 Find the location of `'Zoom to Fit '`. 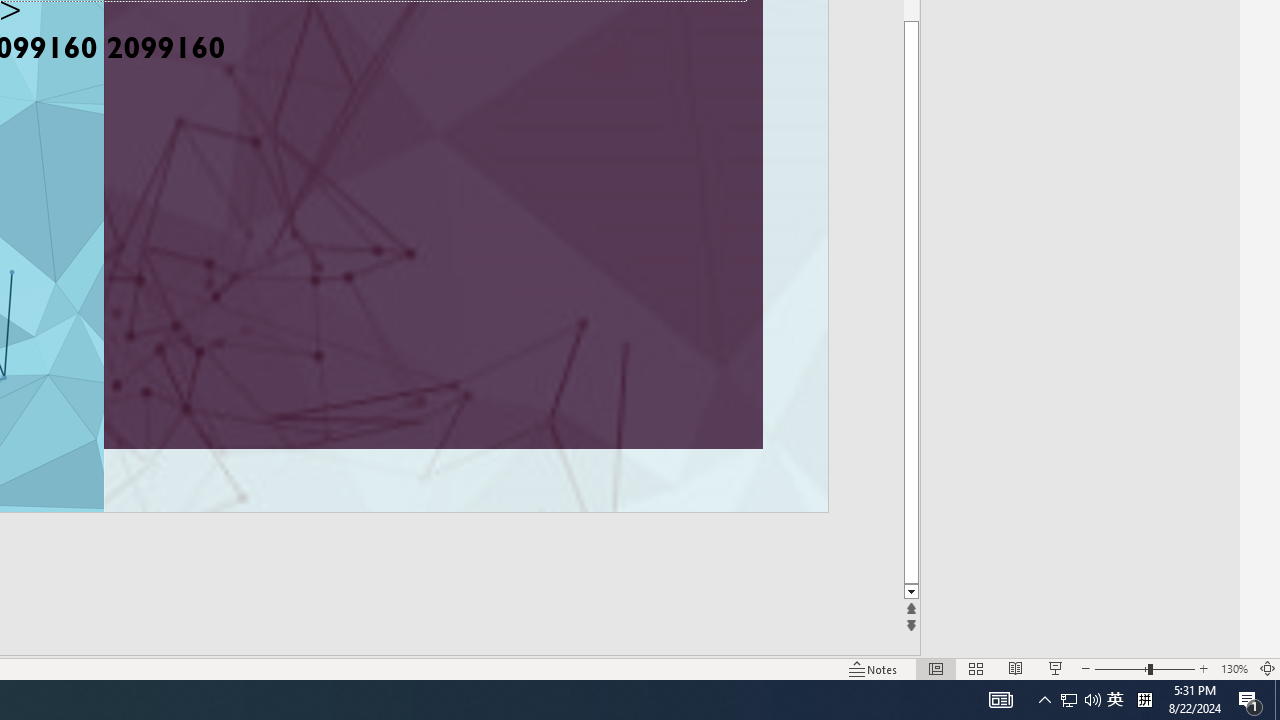

'Zoom to Fit ' is located at coordinates (1266, 669).